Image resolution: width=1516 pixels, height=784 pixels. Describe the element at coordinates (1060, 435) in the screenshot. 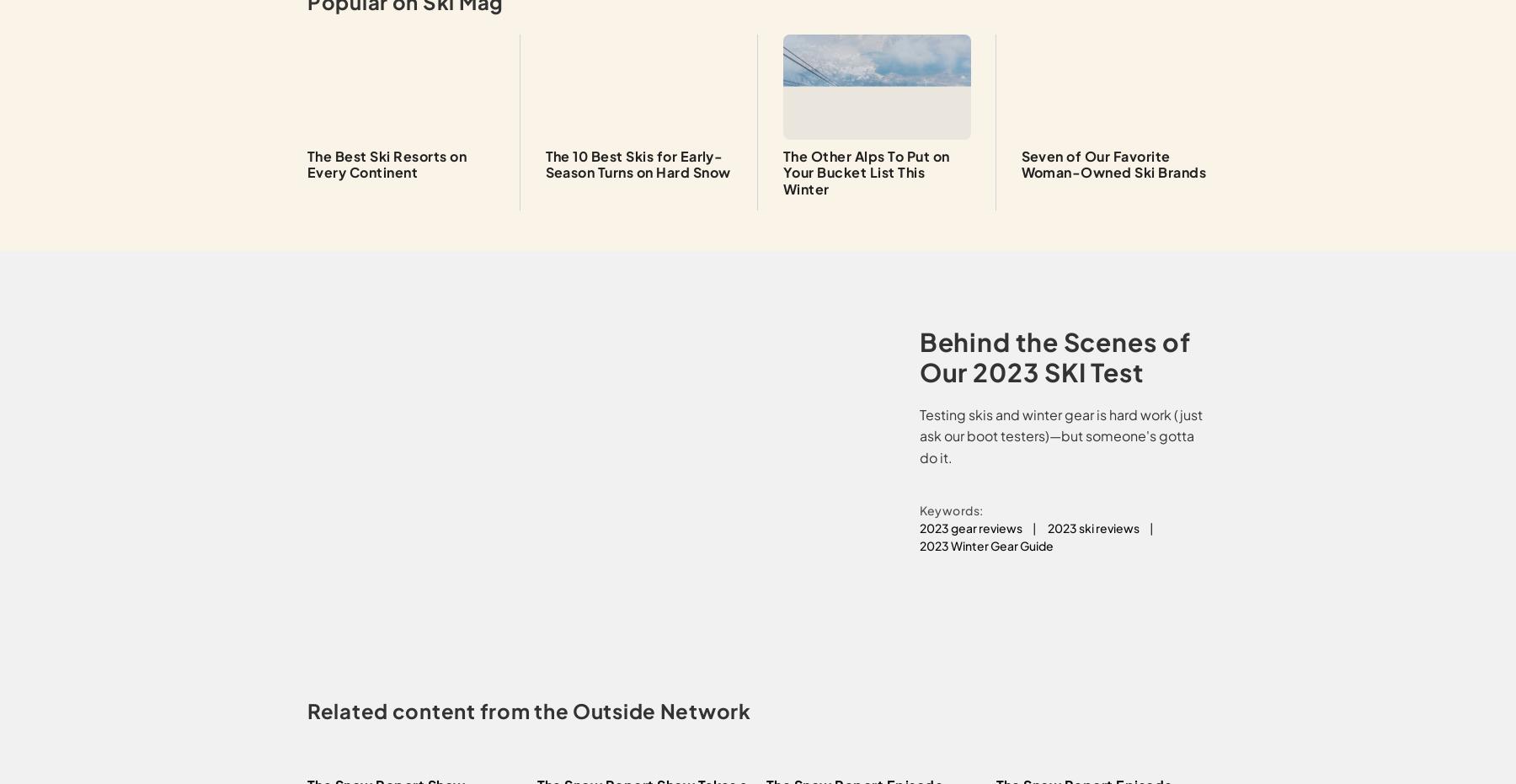

I see `'Testing skis and winter gear is hard work (just ask our boot testers)—but someone's gotta do it.'` at that location.